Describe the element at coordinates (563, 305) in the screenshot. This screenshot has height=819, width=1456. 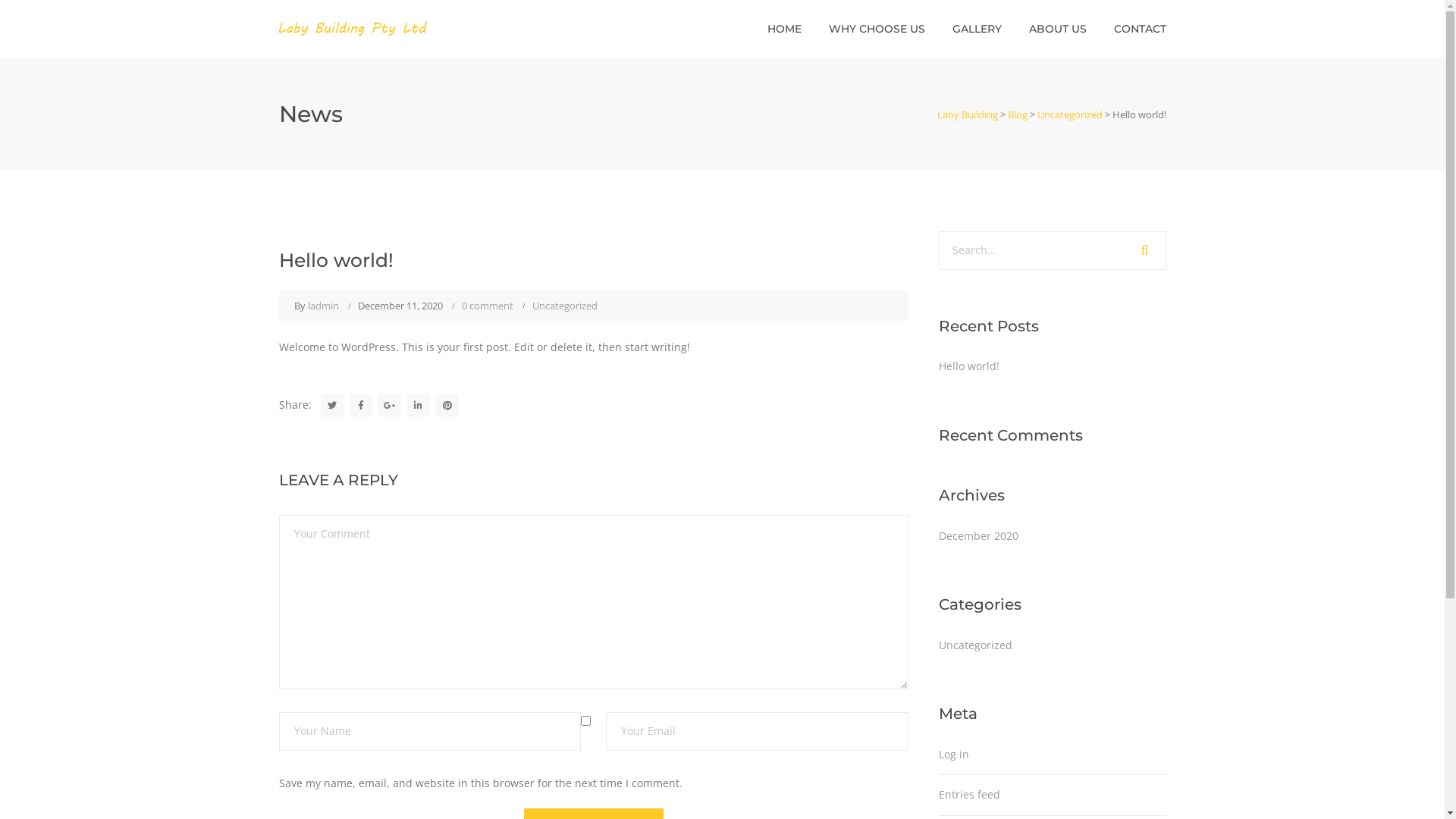
I see `'Uncategorized'` at that location.